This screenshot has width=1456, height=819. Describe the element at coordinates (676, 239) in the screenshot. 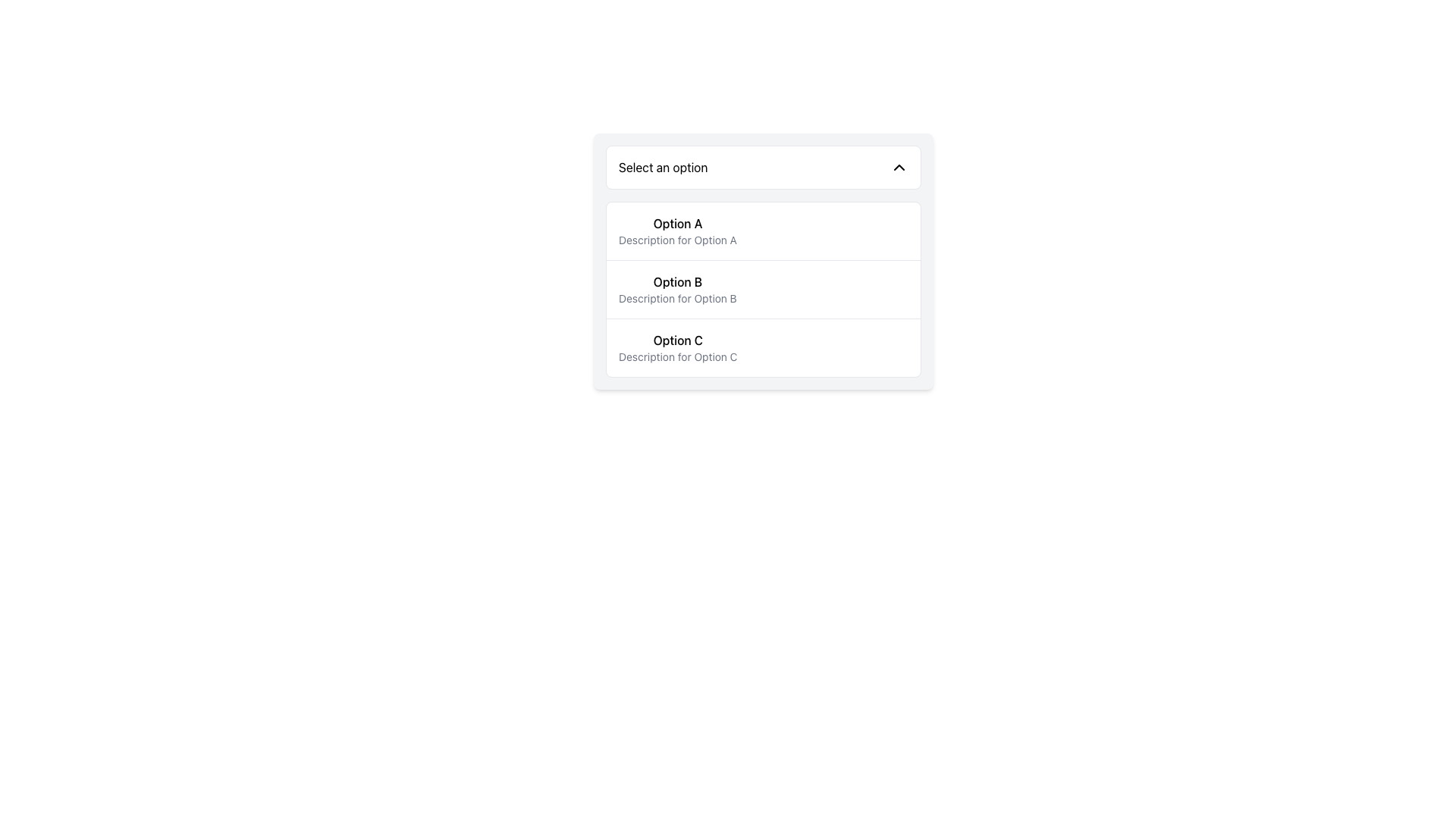

I see `descriptive text label located beneath 'Option A' in the dropdown-like UI component, which is styled in a small gray font` at that location.